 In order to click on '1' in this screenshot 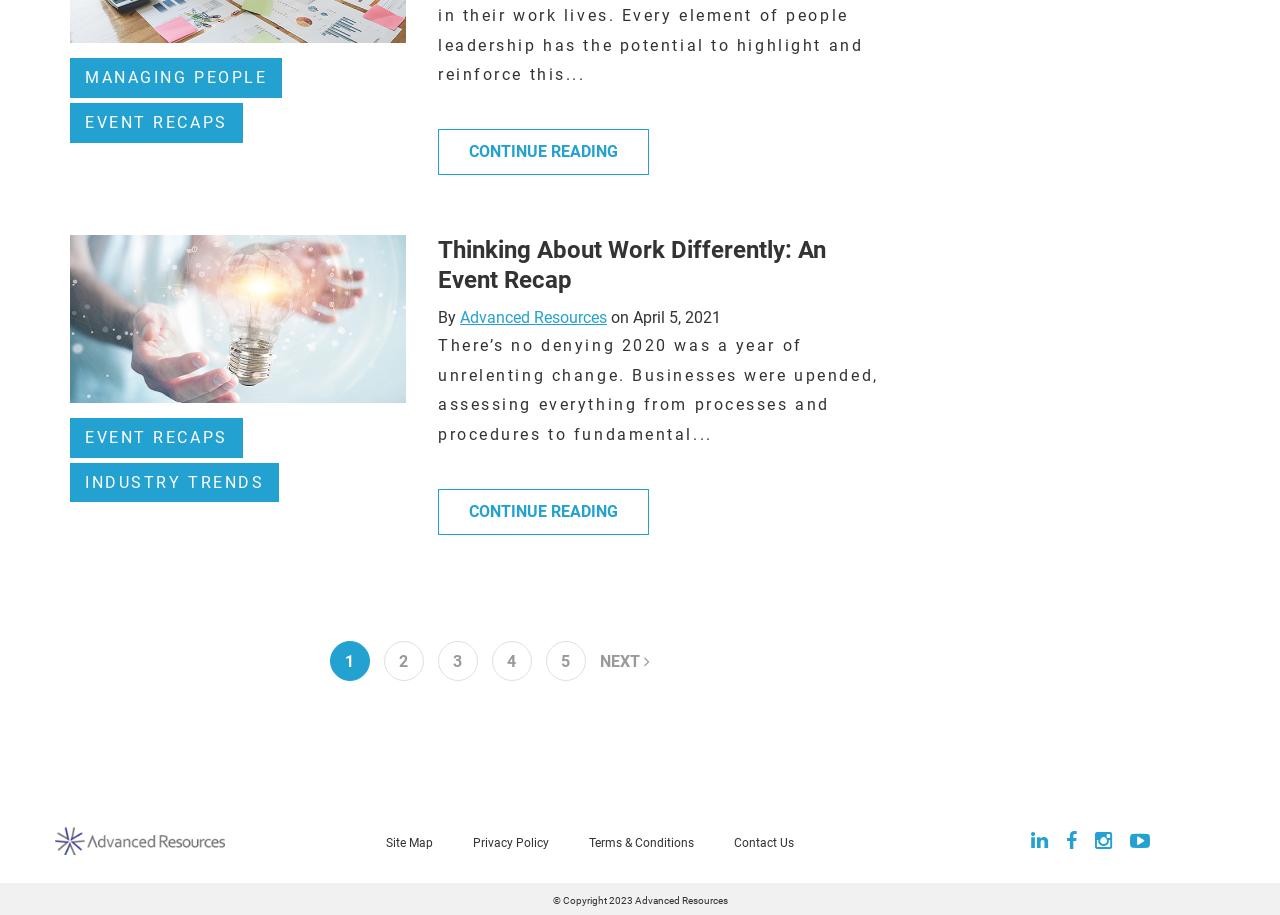, I will do `click(349, 660)`.